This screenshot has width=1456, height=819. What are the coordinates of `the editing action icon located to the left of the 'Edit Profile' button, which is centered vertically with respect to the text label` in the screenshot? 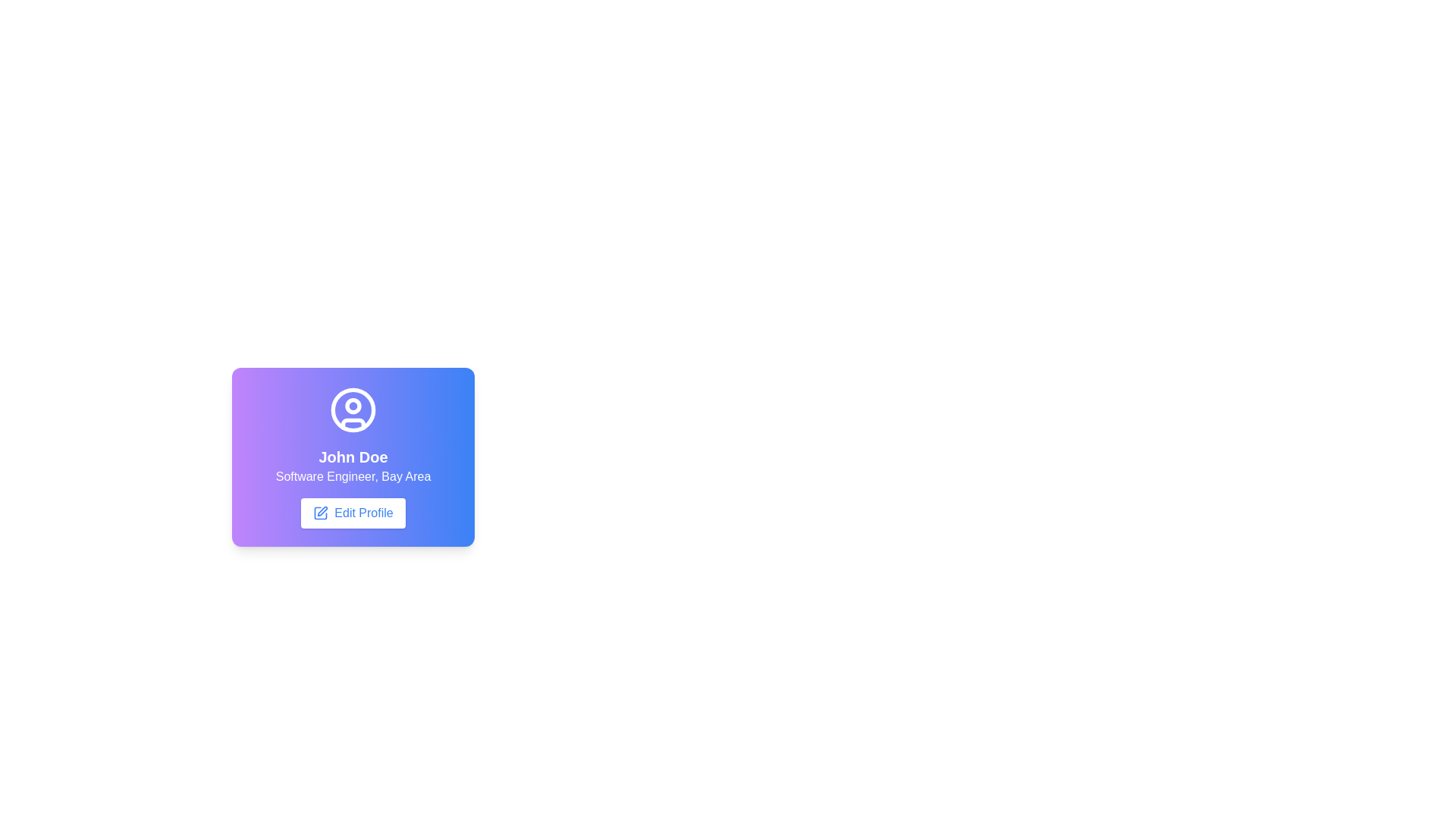 It's located at (320, 513).